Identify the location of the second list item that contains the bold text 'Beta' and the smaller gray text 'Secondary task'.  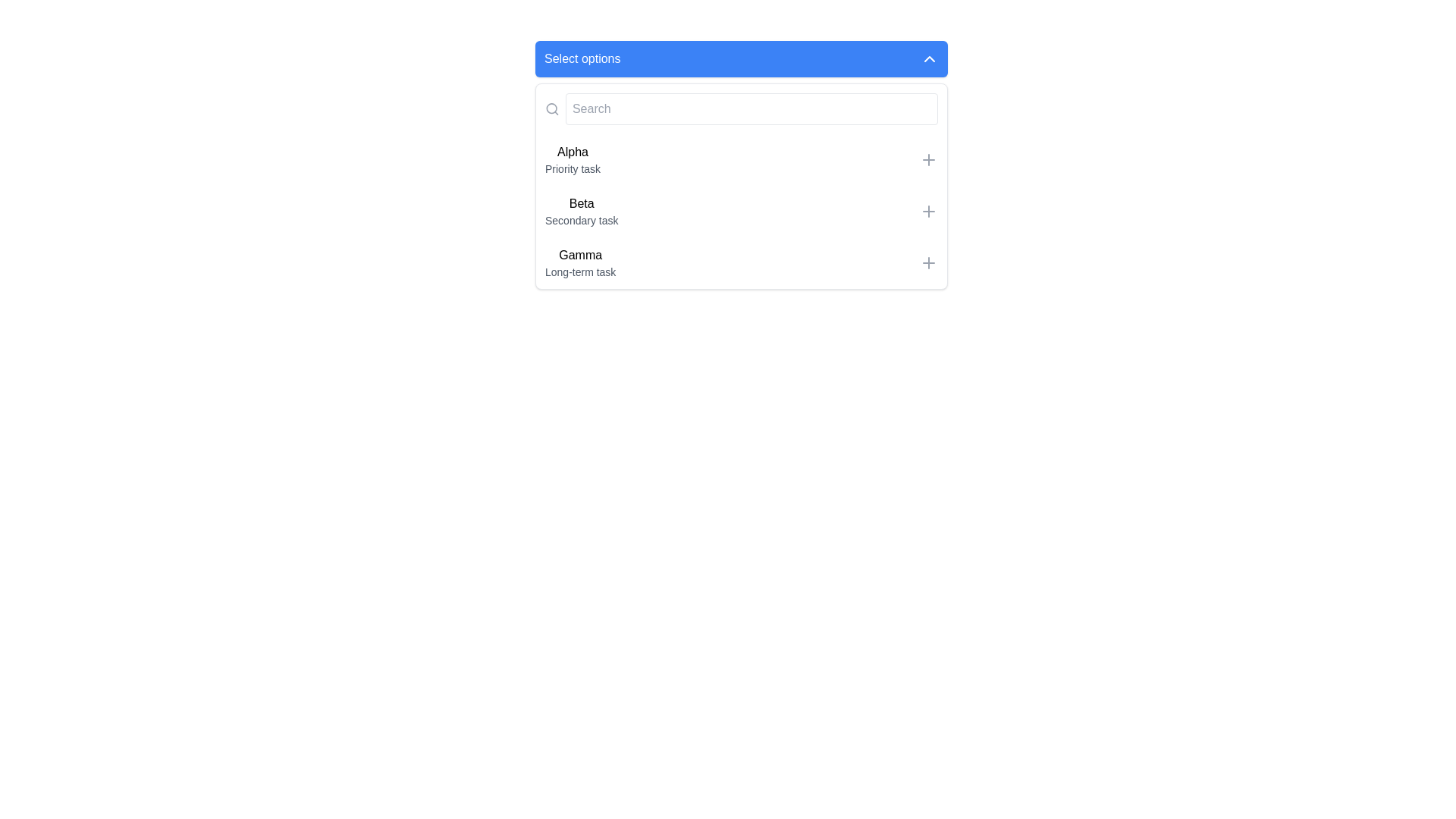
(581, 211).